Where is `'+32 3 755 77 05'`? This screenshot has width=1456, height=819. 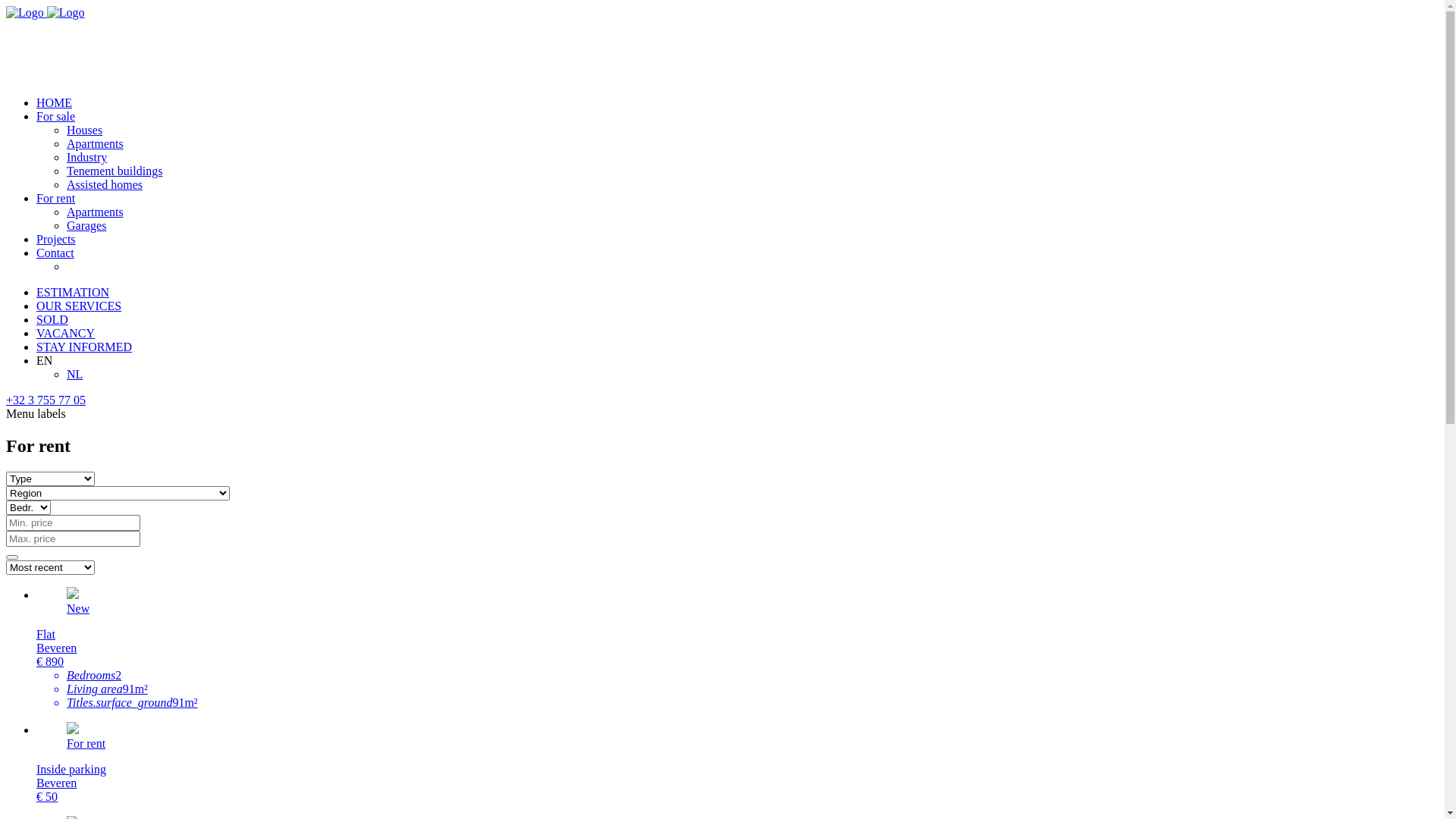 '+32 3 755 77 05' is located at coordinates (6, 399).